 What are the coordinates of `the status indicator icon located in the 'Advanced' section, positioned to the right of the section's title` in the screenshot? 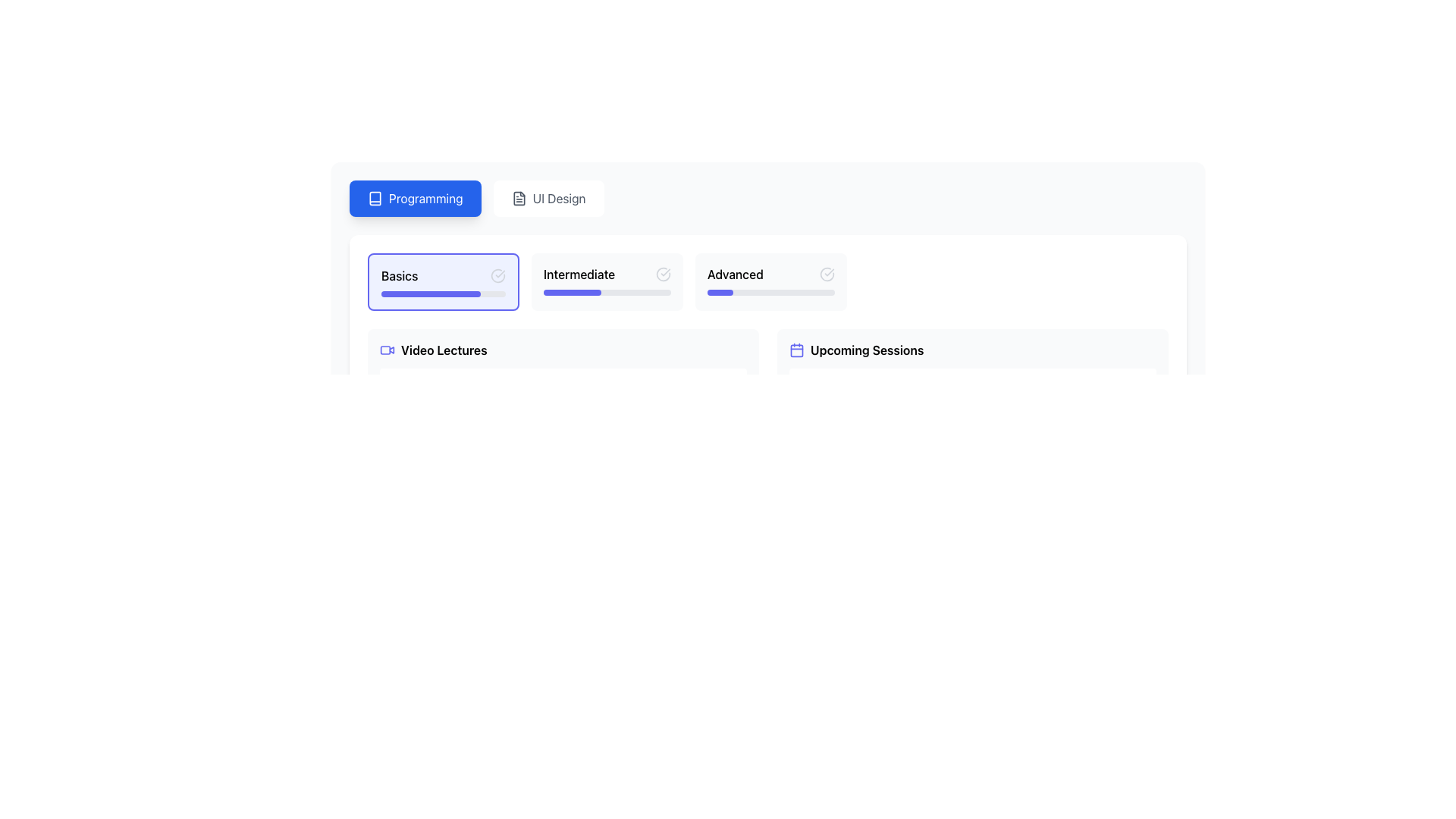 It's located at (826, 275).